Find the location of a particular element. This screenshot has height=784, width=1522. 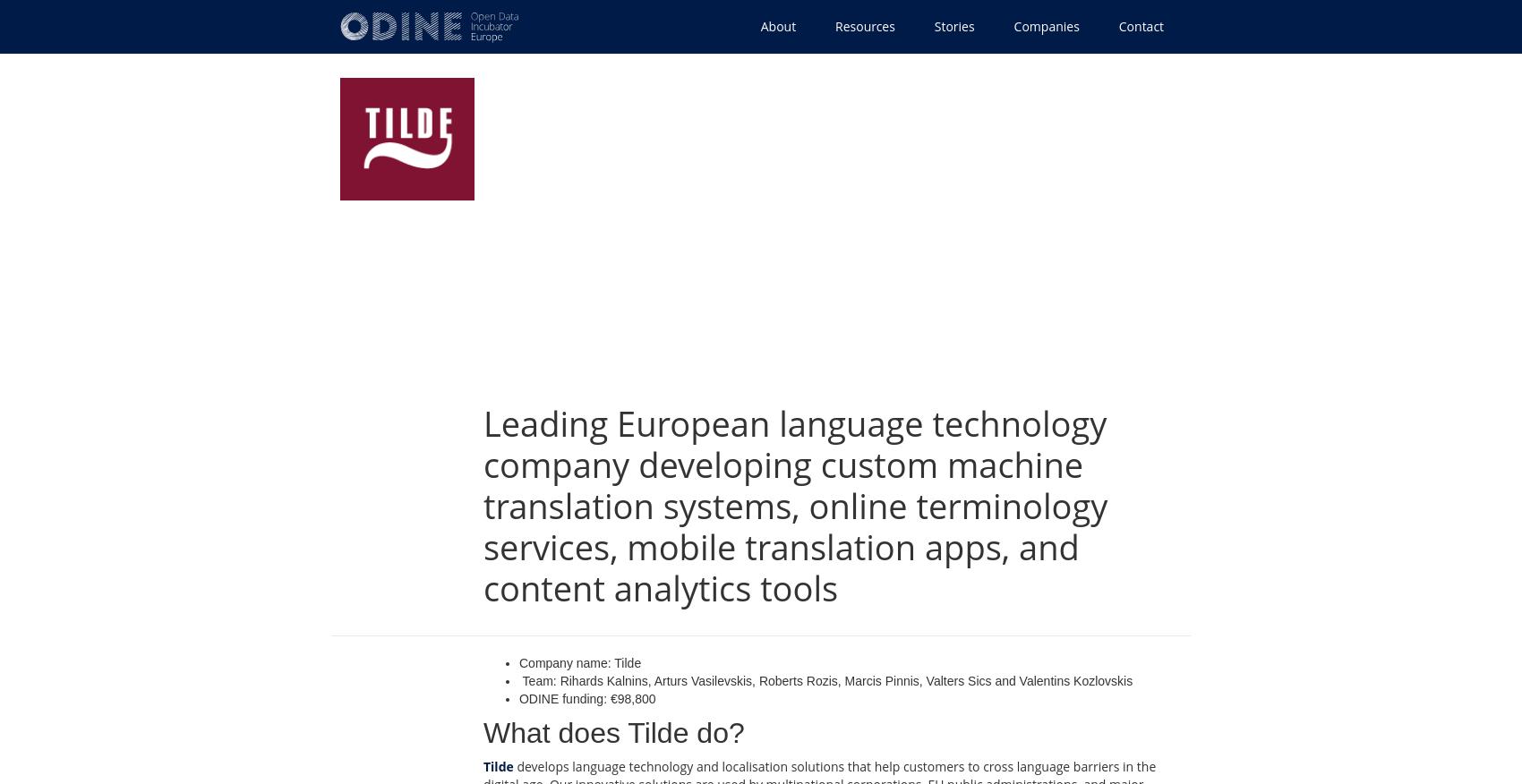

'Companies' is located at coordinates (1046, 25).